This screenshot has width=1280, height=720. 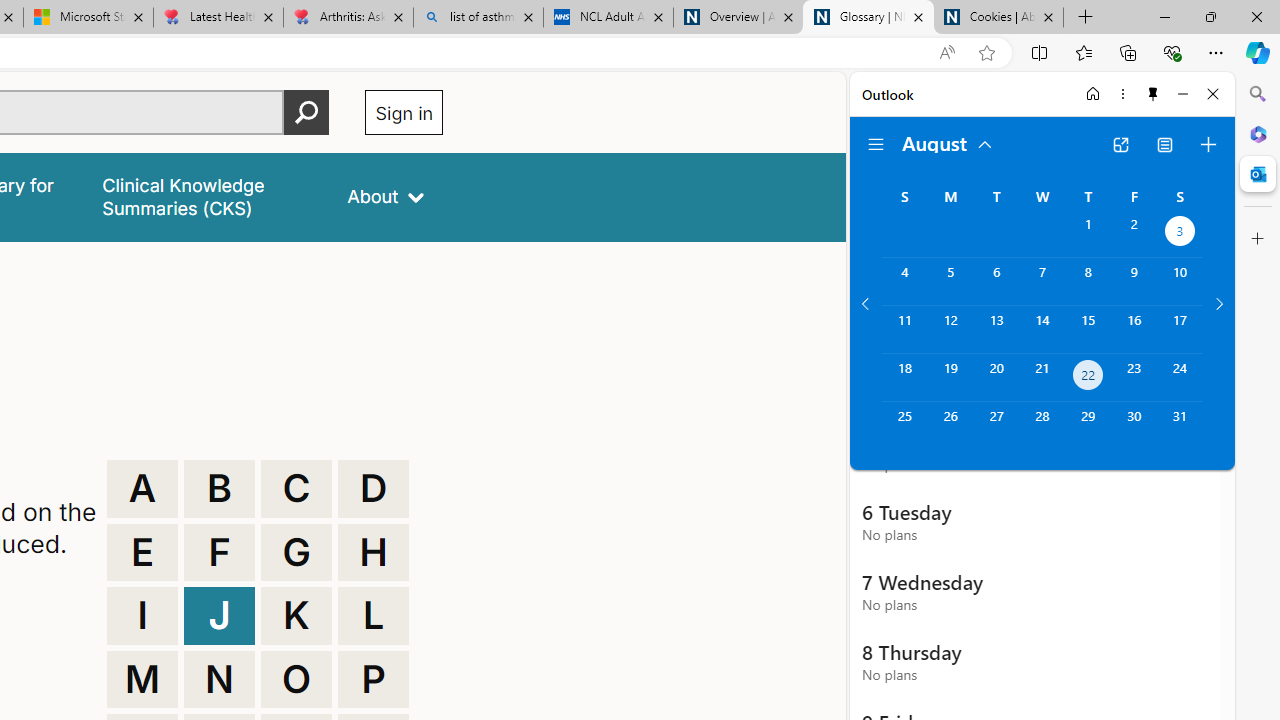 What do you see at coordinates (903, 281) in the screenshot?
I see `'Sunday, August 4, 2024. '` at bounding box center [903, 281].